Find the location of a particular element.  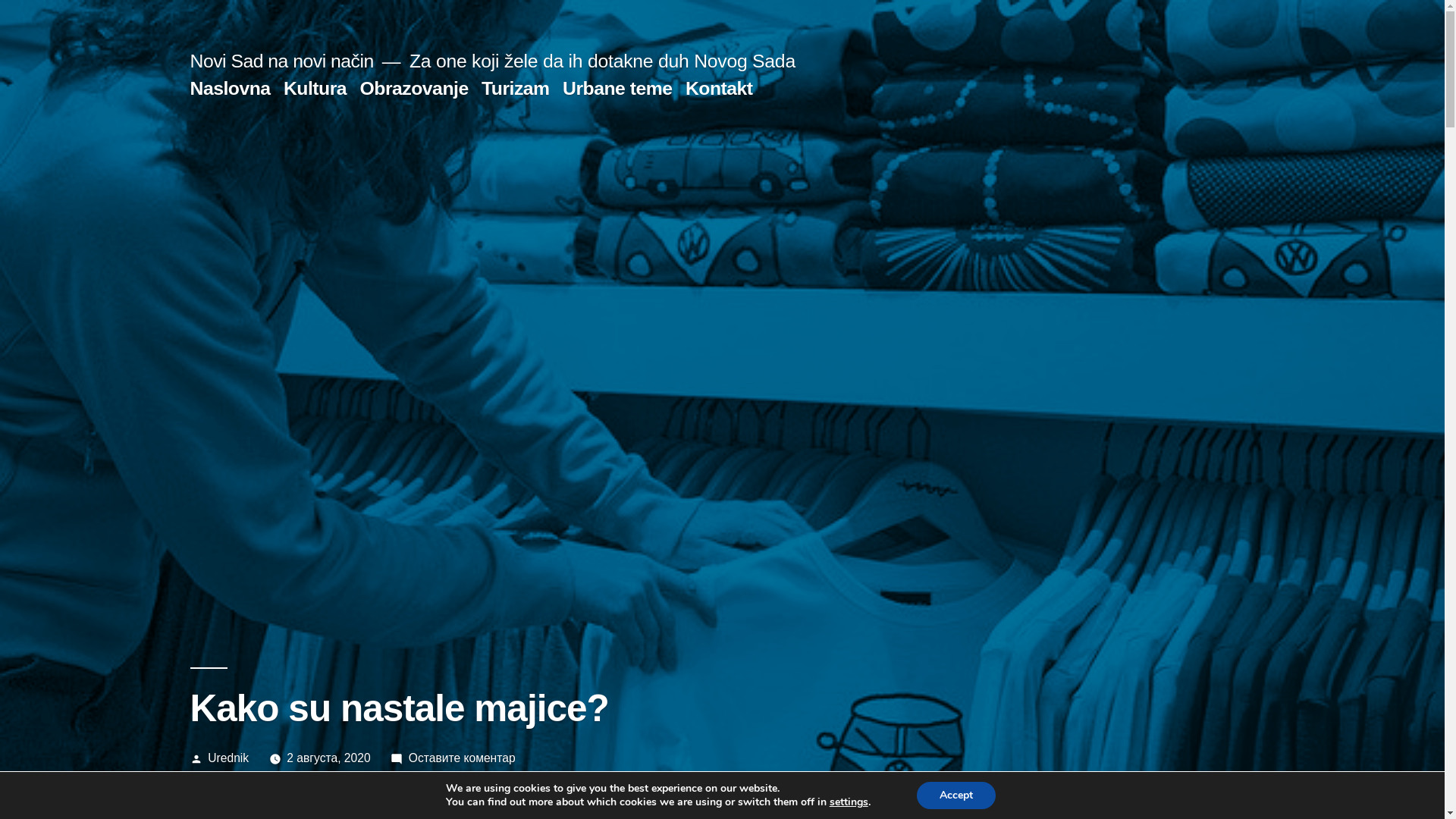

'Turizam' is located at coordinates (480, 88).